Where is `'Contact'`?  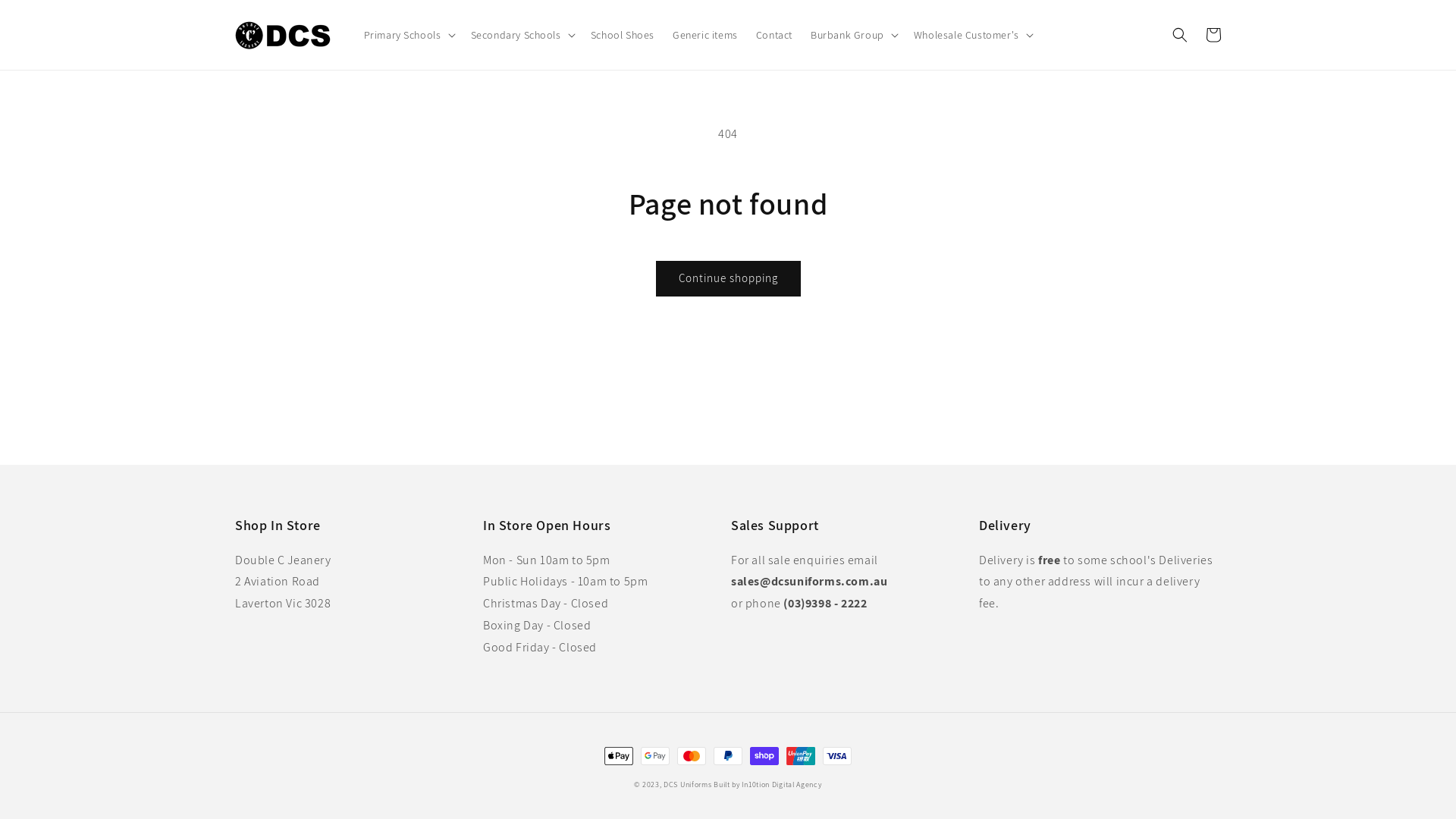 'Contact' is located at coordinates (774, 34).